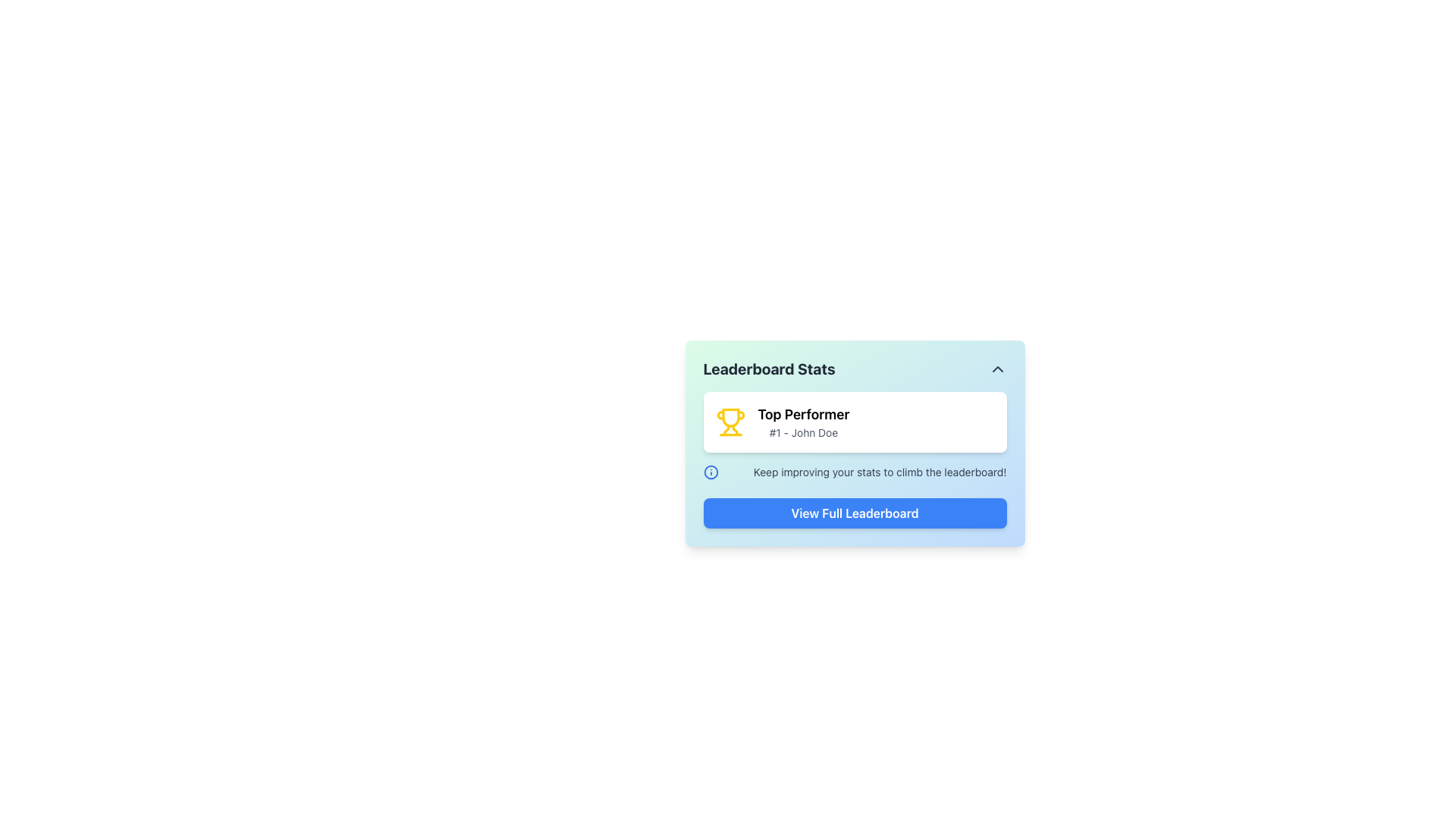 Image resolution: width=1456 pixels, height=819 pixels. What do you see at coordinates (880, 472) in the screenshot?
I see `the motivational text element located in the leaderboard display panel, positioned to the right of the blue information icon and near the 'View Full Leaderboard' button` at bounding box center [880, 472].